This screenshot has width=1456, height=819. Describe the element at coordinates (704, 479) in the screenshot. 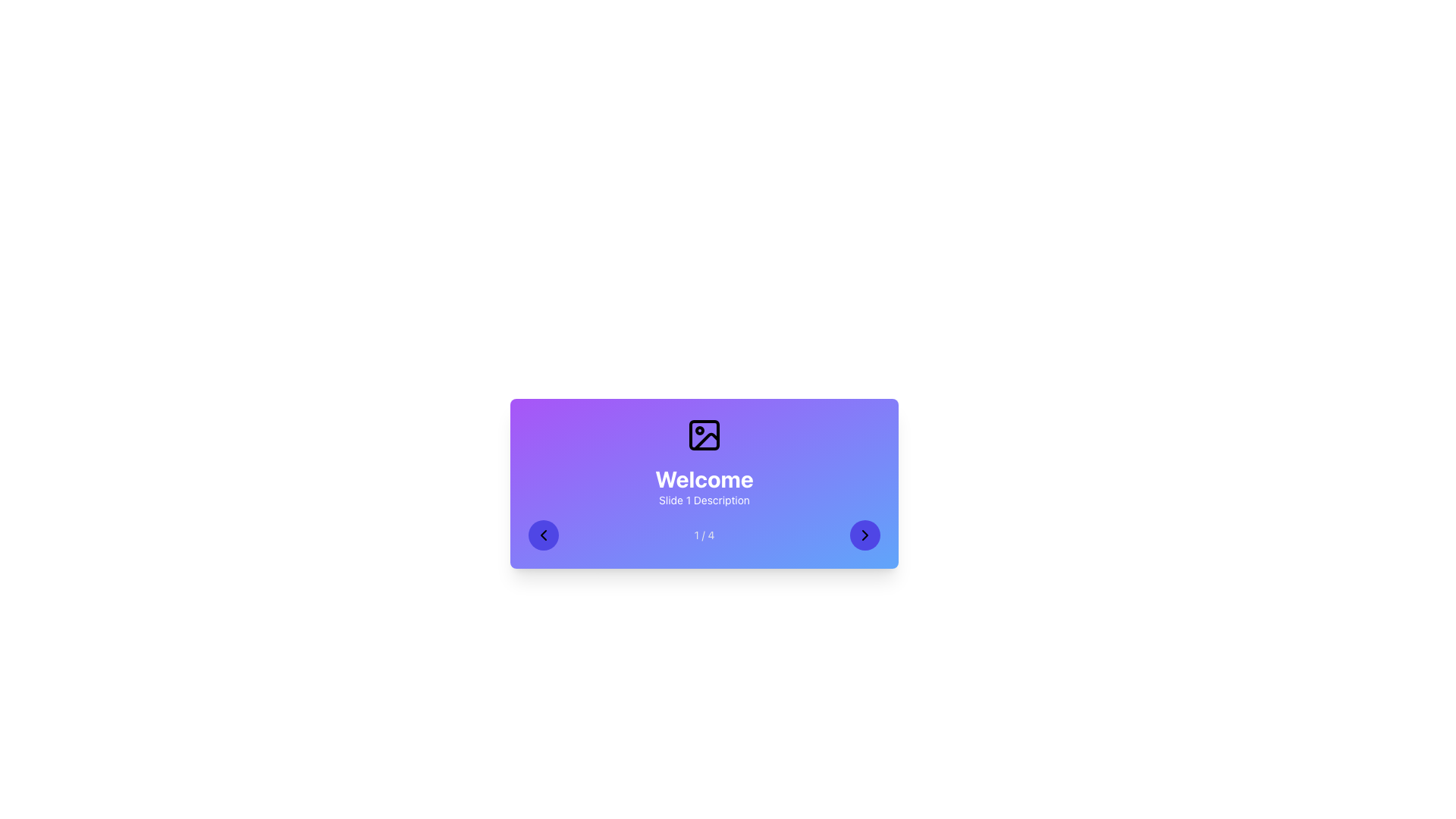

I see `the text label displaying 'Welcome' in bold, large font, which is centrally aligned and has a gradient background of purple and blue shades` at that location.